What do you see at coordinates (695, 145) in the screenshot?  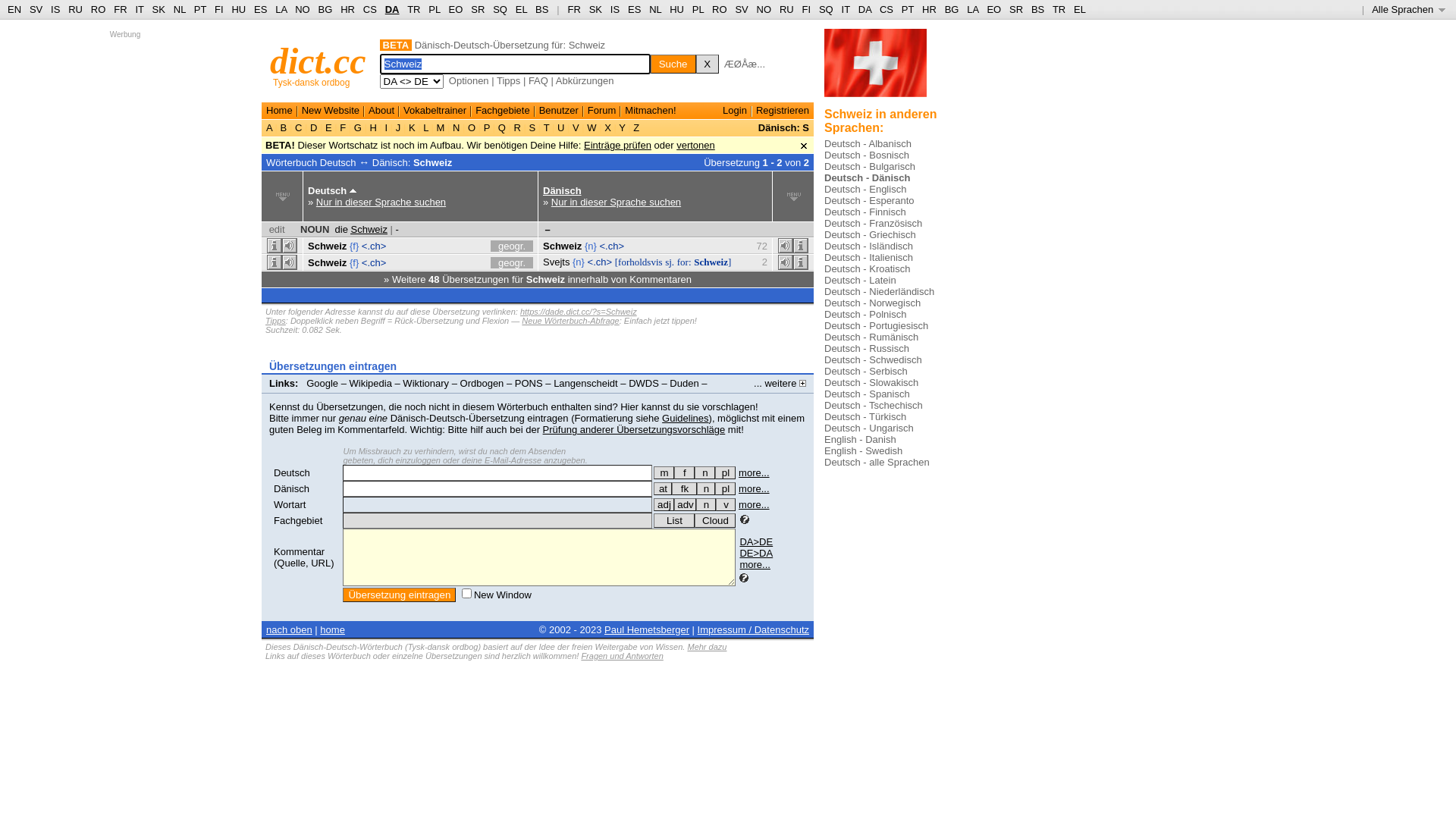 I see `'vertonen'` at bounding box center [695, 145].